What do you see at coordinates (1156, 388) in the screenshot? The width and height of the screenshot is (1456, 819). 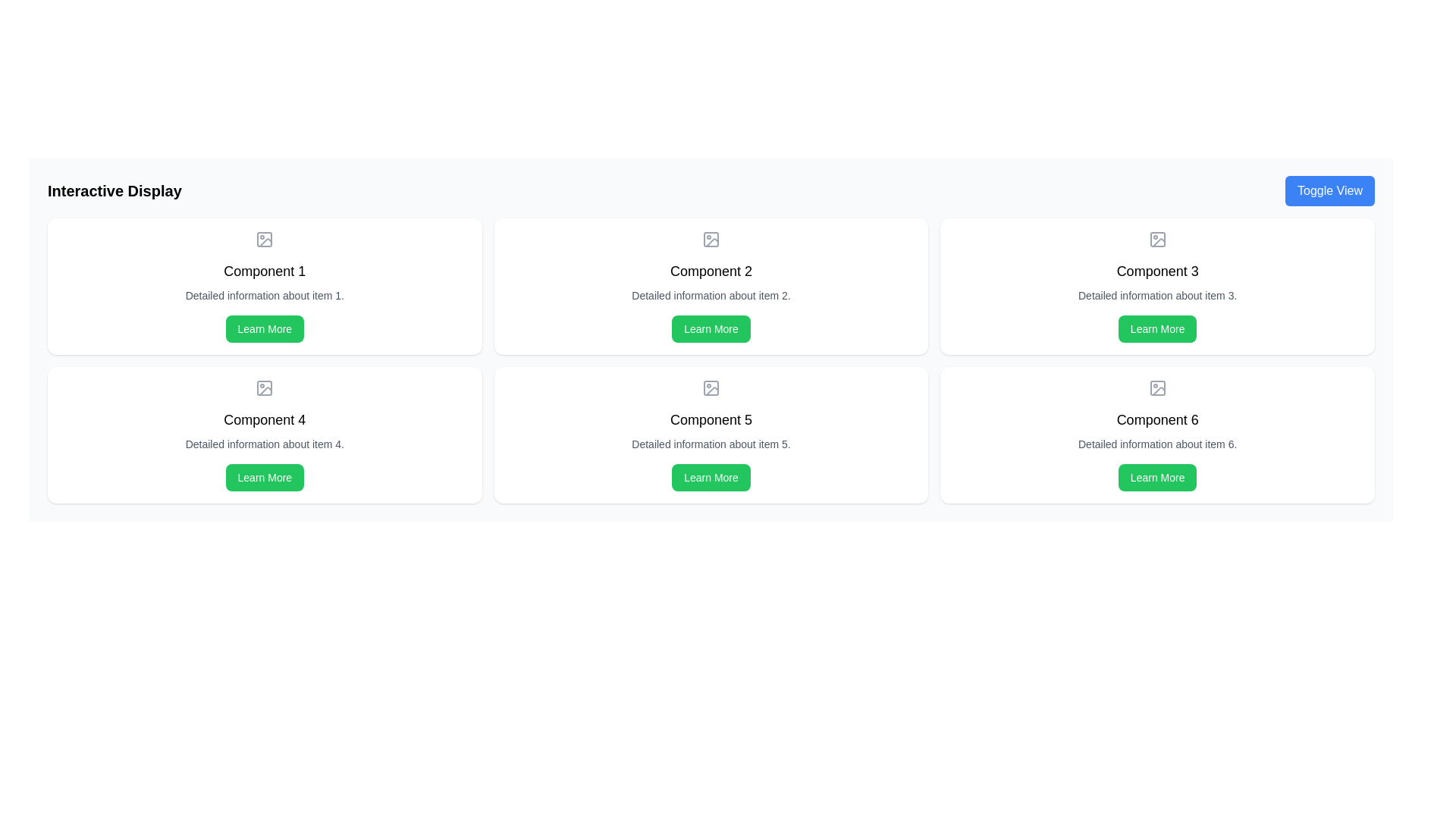 I see `the Decorative visual element that is part of the image placeholder design in the card labeled 'Component 6' located in the lower-right corner of the grid layout` at bounding box center [1156, 388].